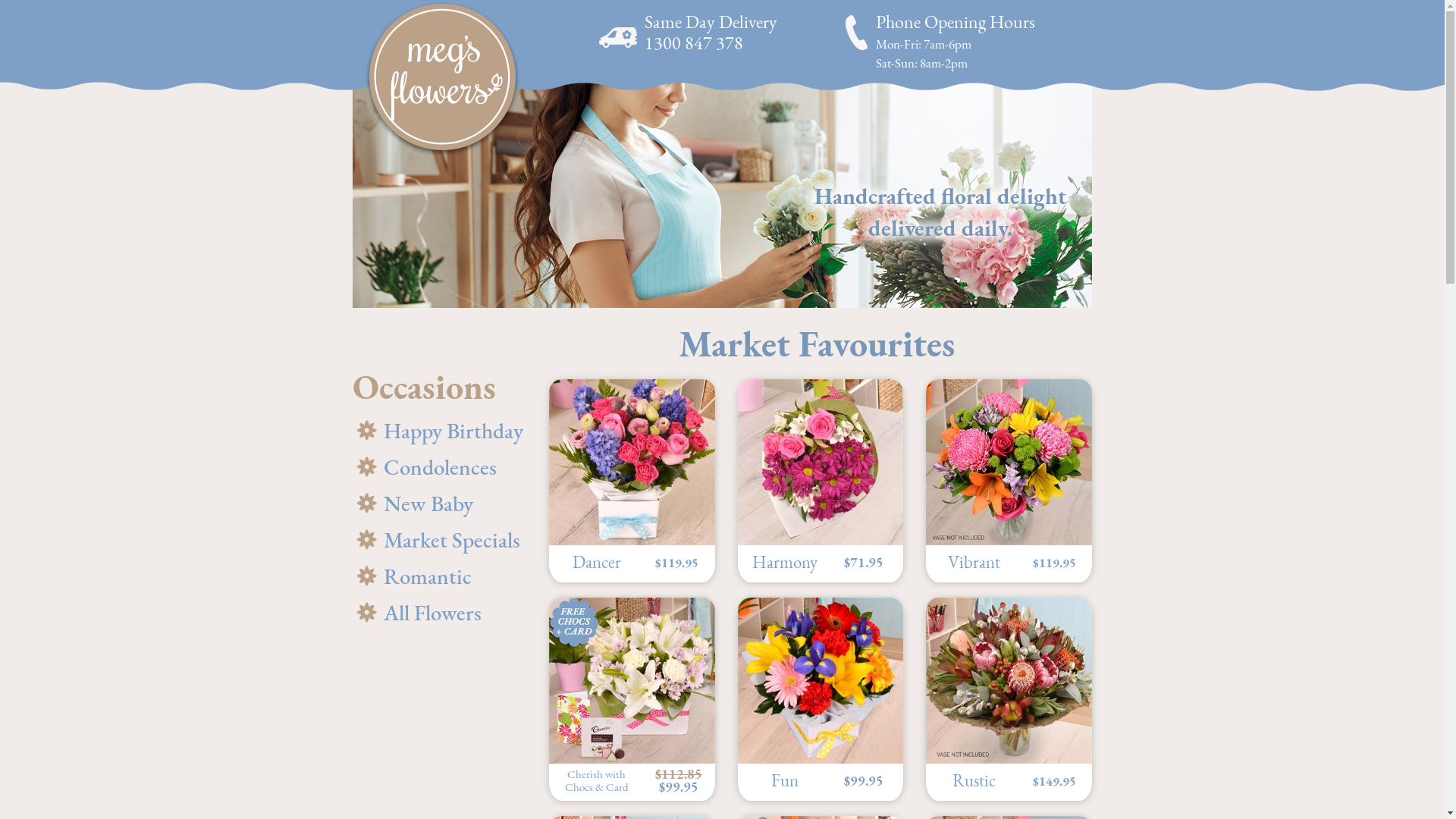  What do you see at coordinates (438, 612) in the screenshot?
I see `'All Flowers'` at bounding box center [438, 612].